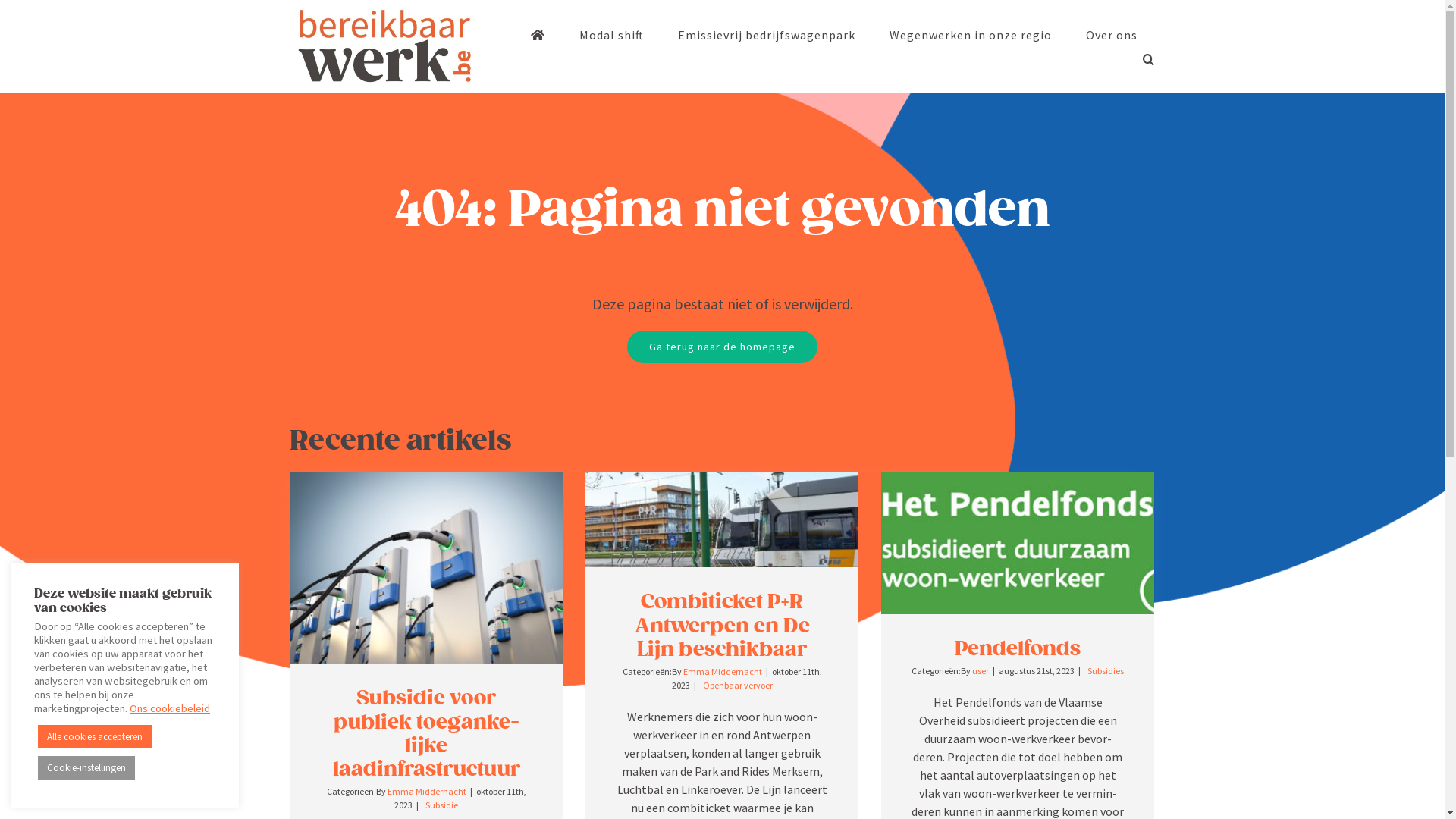  What do you see at coordinates (86, 767) in the screenshot?
I see `'Cookie-instellingen'` at bounding box center [86, 767].